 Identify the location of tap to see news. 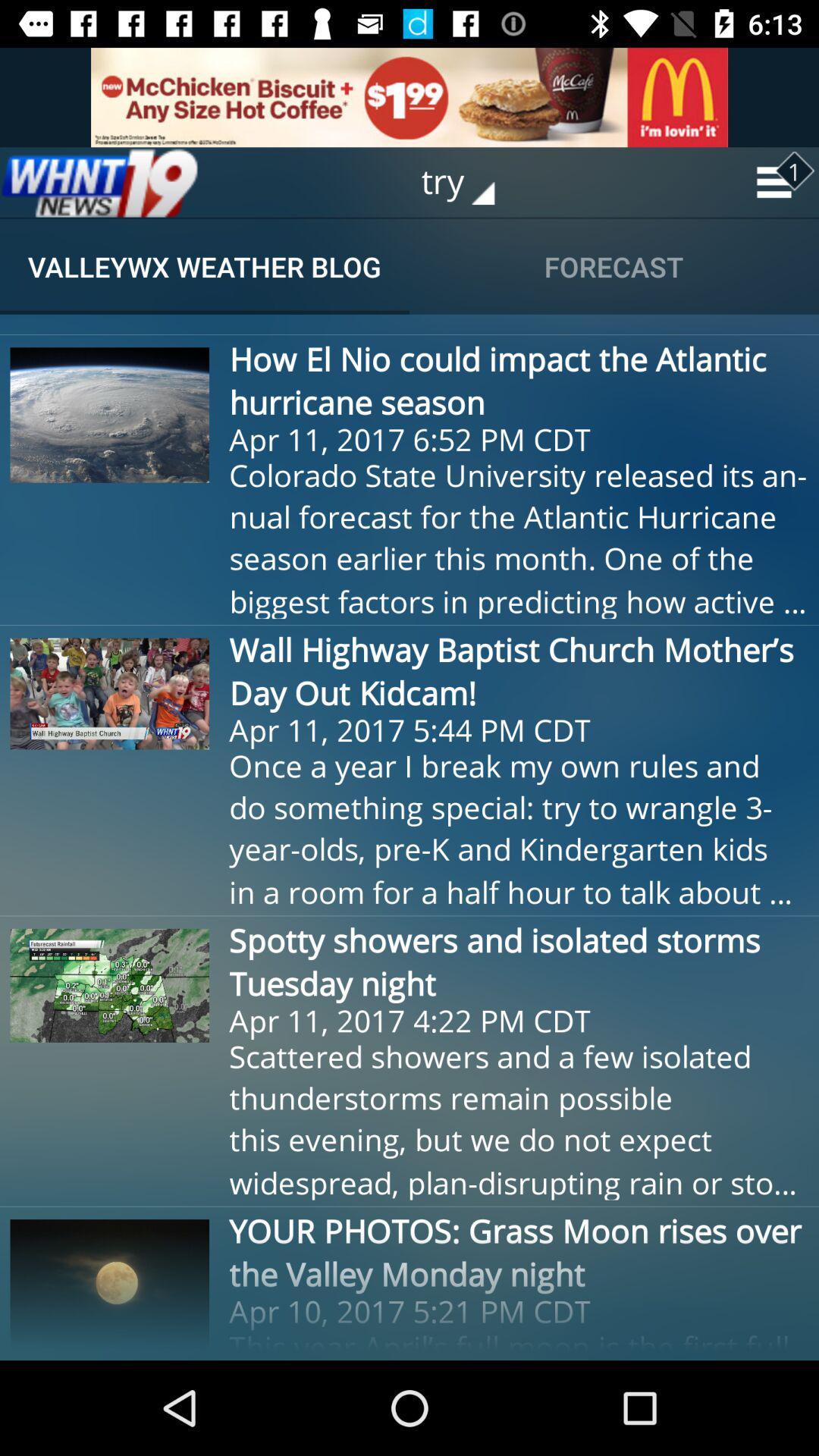
(99, 182).